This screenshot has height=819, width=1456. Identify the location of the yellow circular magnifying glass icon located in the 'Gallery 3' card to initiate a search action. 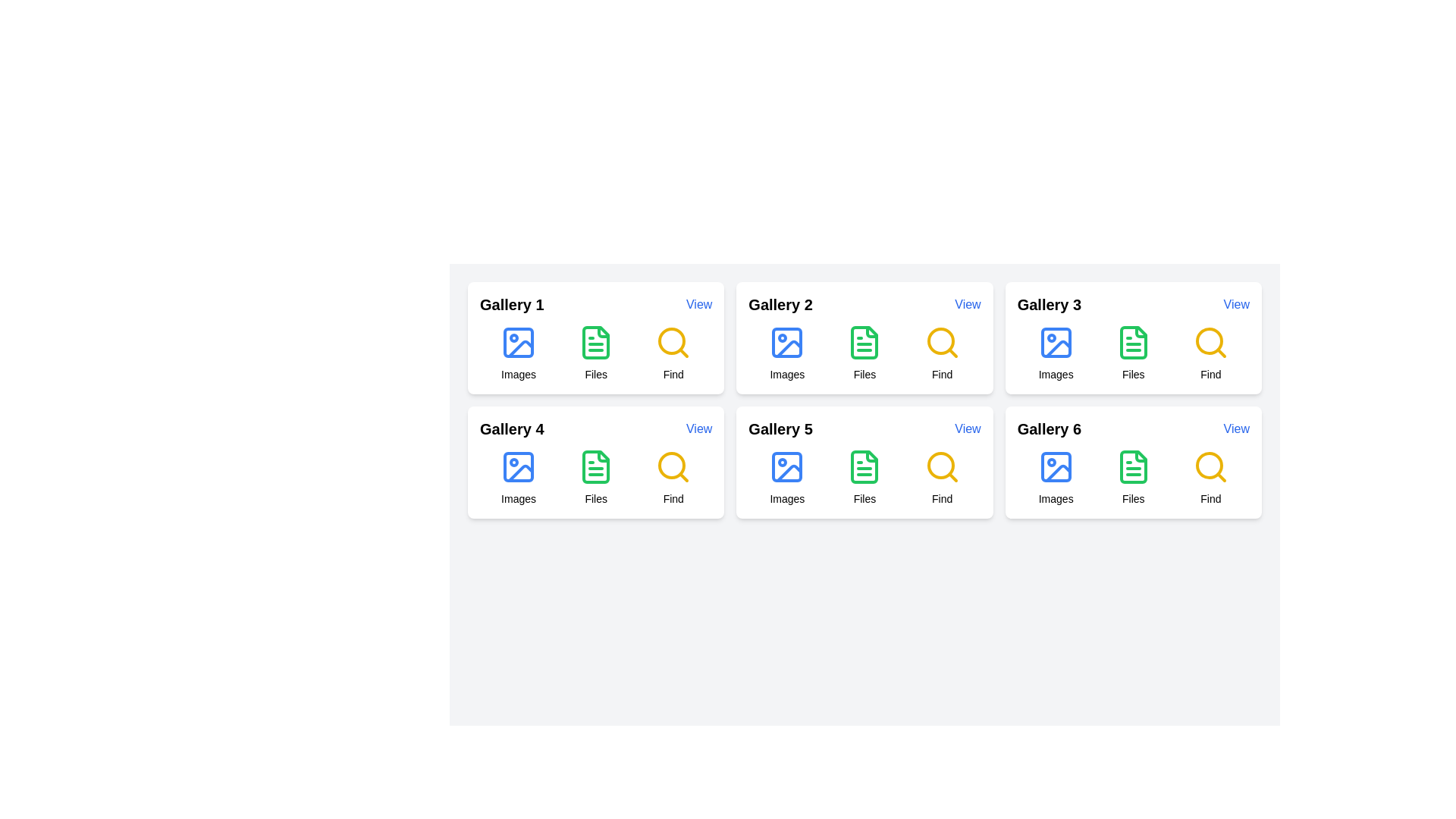
(1210, 342).